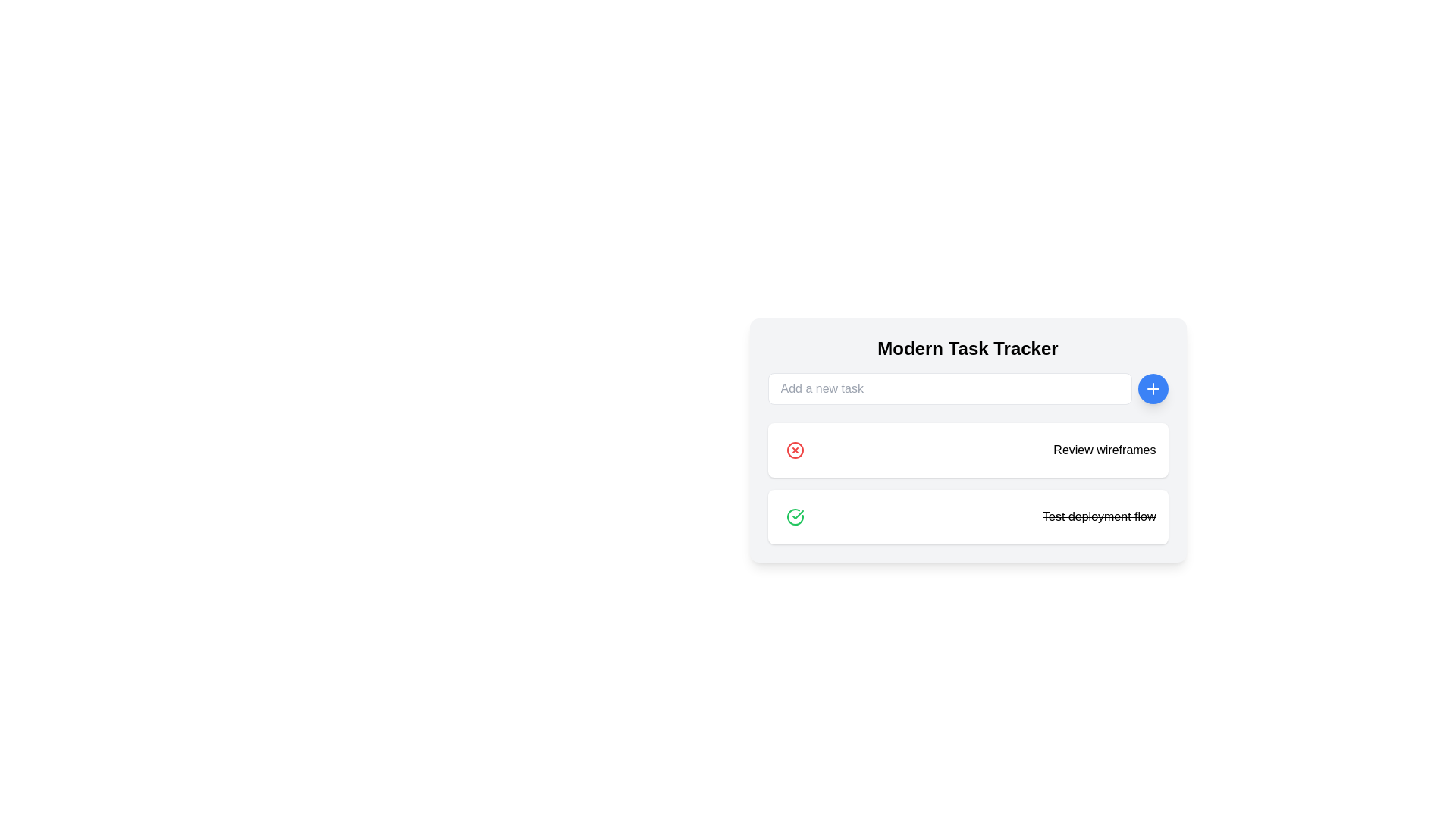  Describe the element at coordinates (1153, 388) in the screenshot. I see `the plus icon button with a blue circular background located in the top-right corner of the 'Modern Task Tracker' group` at that location.